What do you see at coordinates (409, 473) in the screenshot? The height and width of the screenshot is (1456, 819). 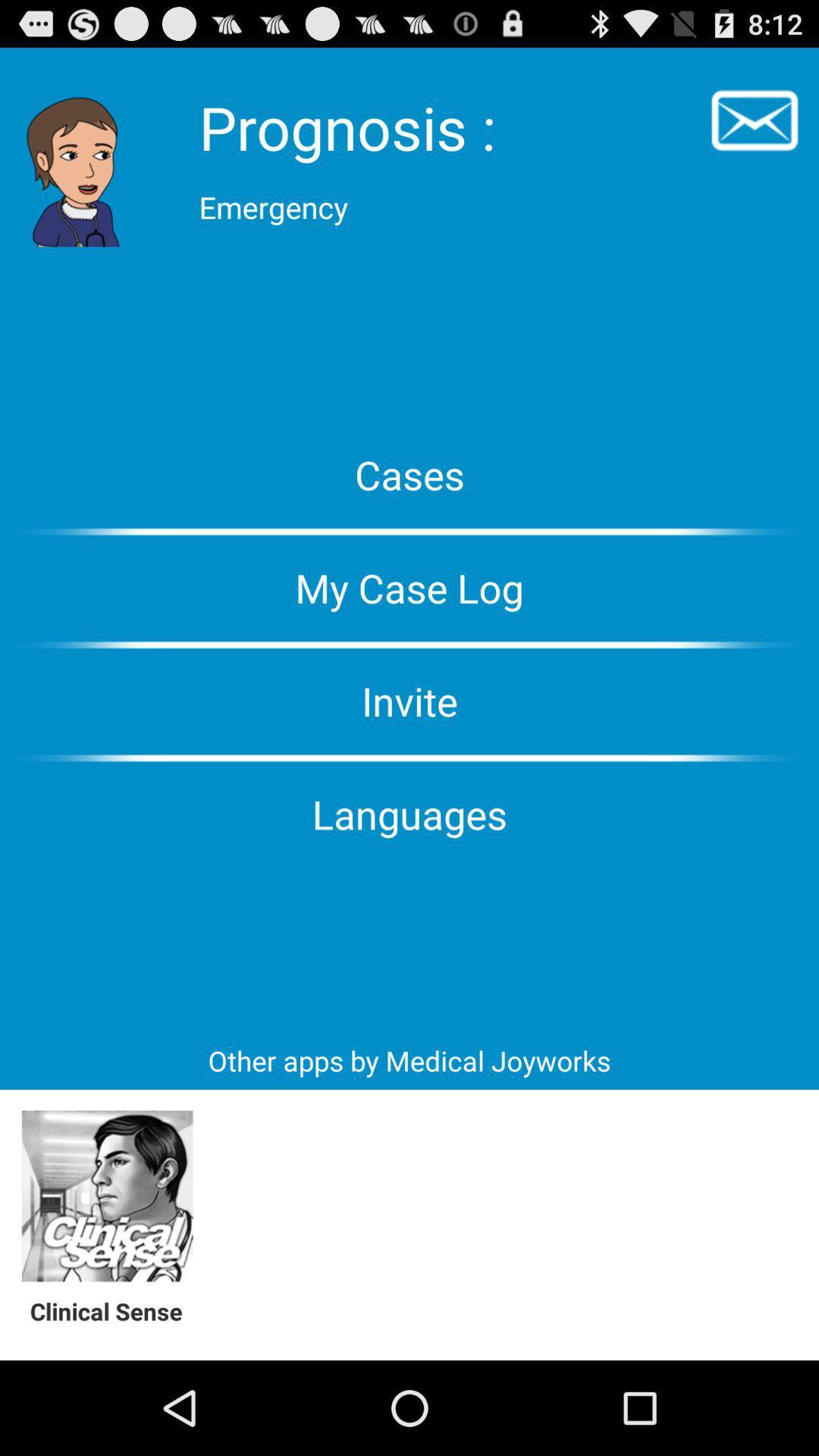 I see `the cases icon` at bounding box center [409, 473].